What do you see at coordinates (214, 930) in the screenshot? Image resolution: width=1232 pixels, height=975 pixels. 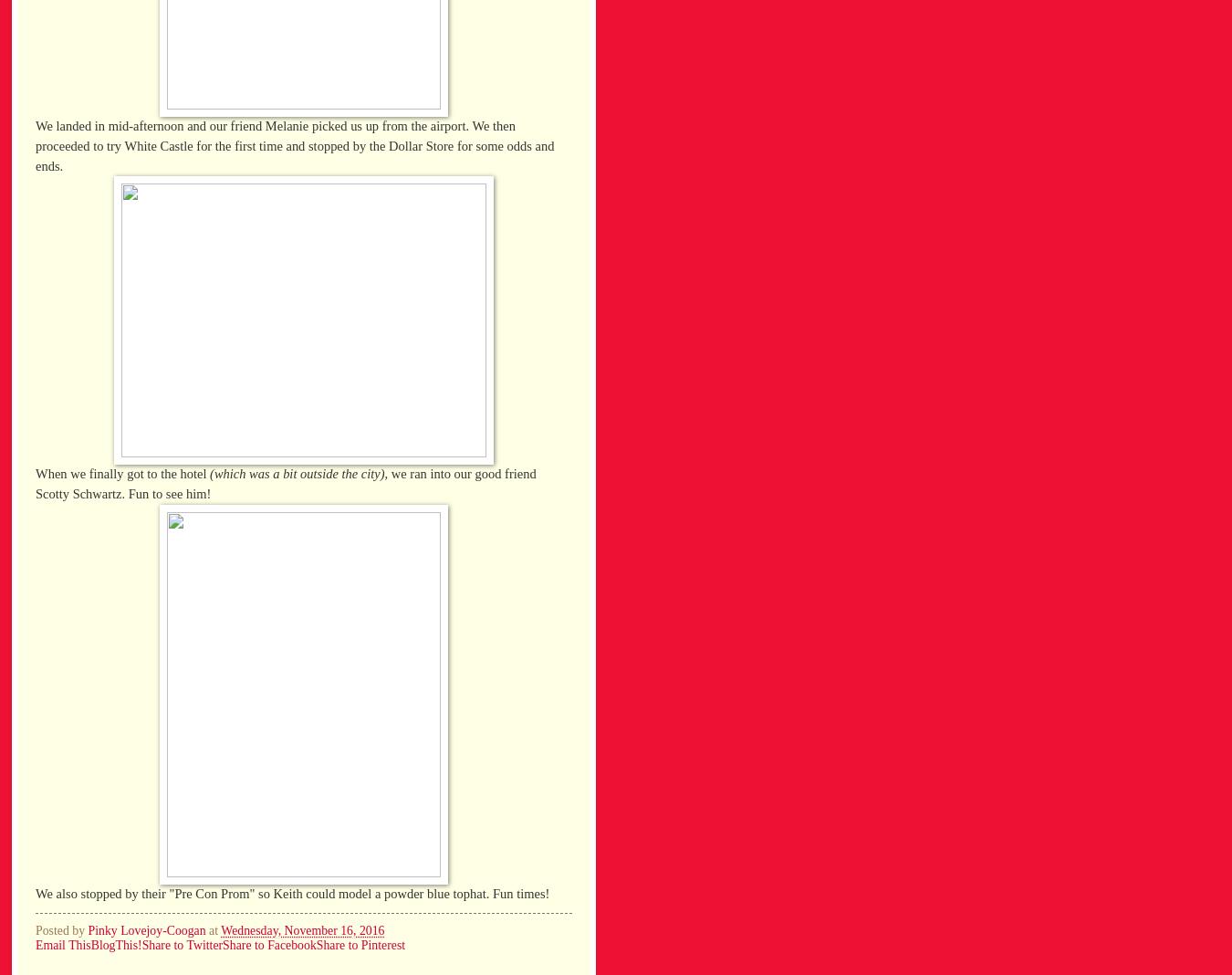 I see `'at'` at bounding box center [214, 930].